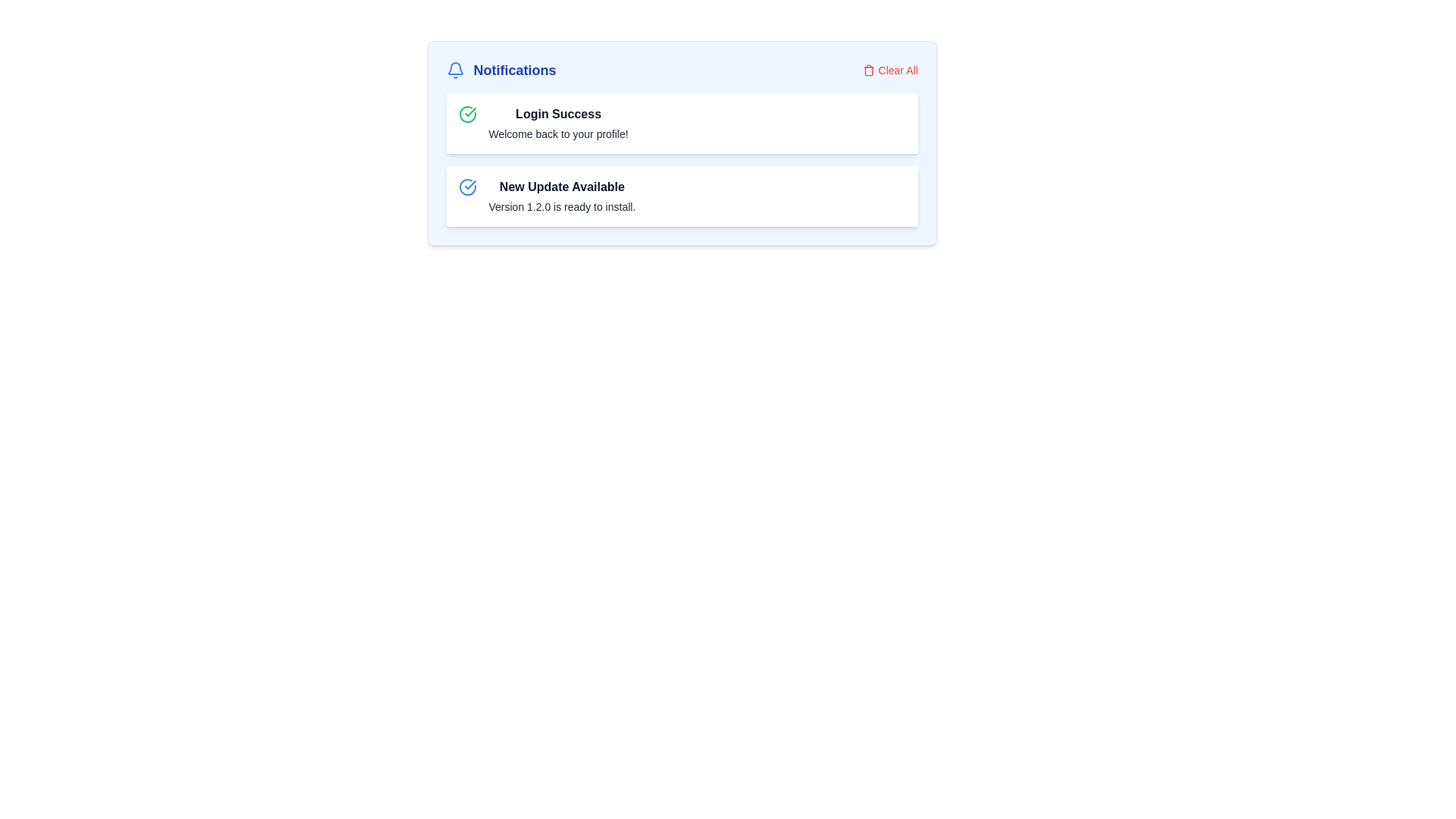 Image resolution: width=1456 pixels, height=819 pixels. Describe the element at coordinates (466, 113) in the screenshot. I see `the green circular icon with a checkmark inside it, which is located to the left of the 'Login Success' text in the notification card` at that location.